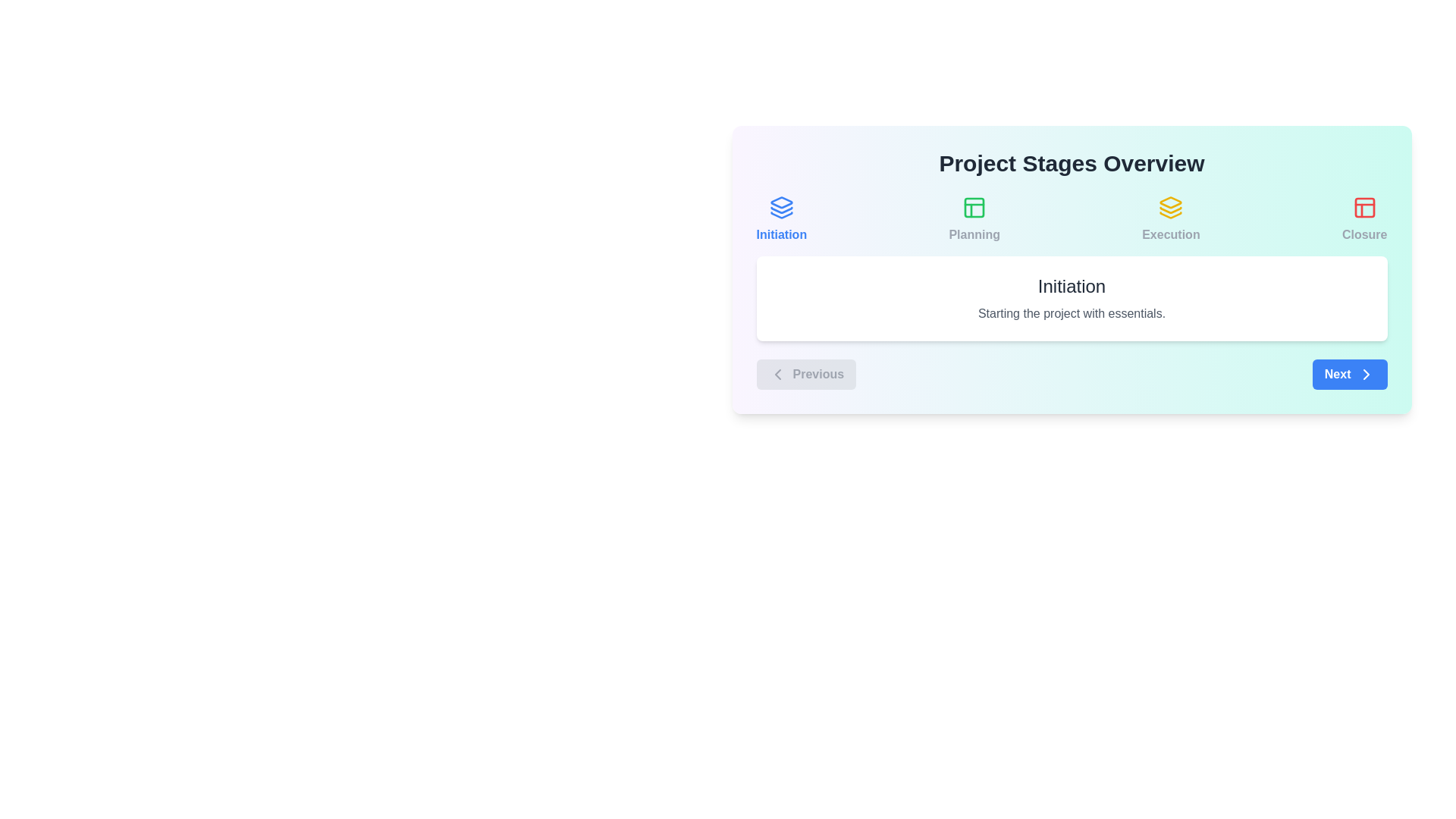 The image size is (1456, 819). What do you see at coordinates (1071, 219) in the screenshot?
I see `the Breadcrumb-like navigation bar representing project stages` at bounding box center [1071, 219].